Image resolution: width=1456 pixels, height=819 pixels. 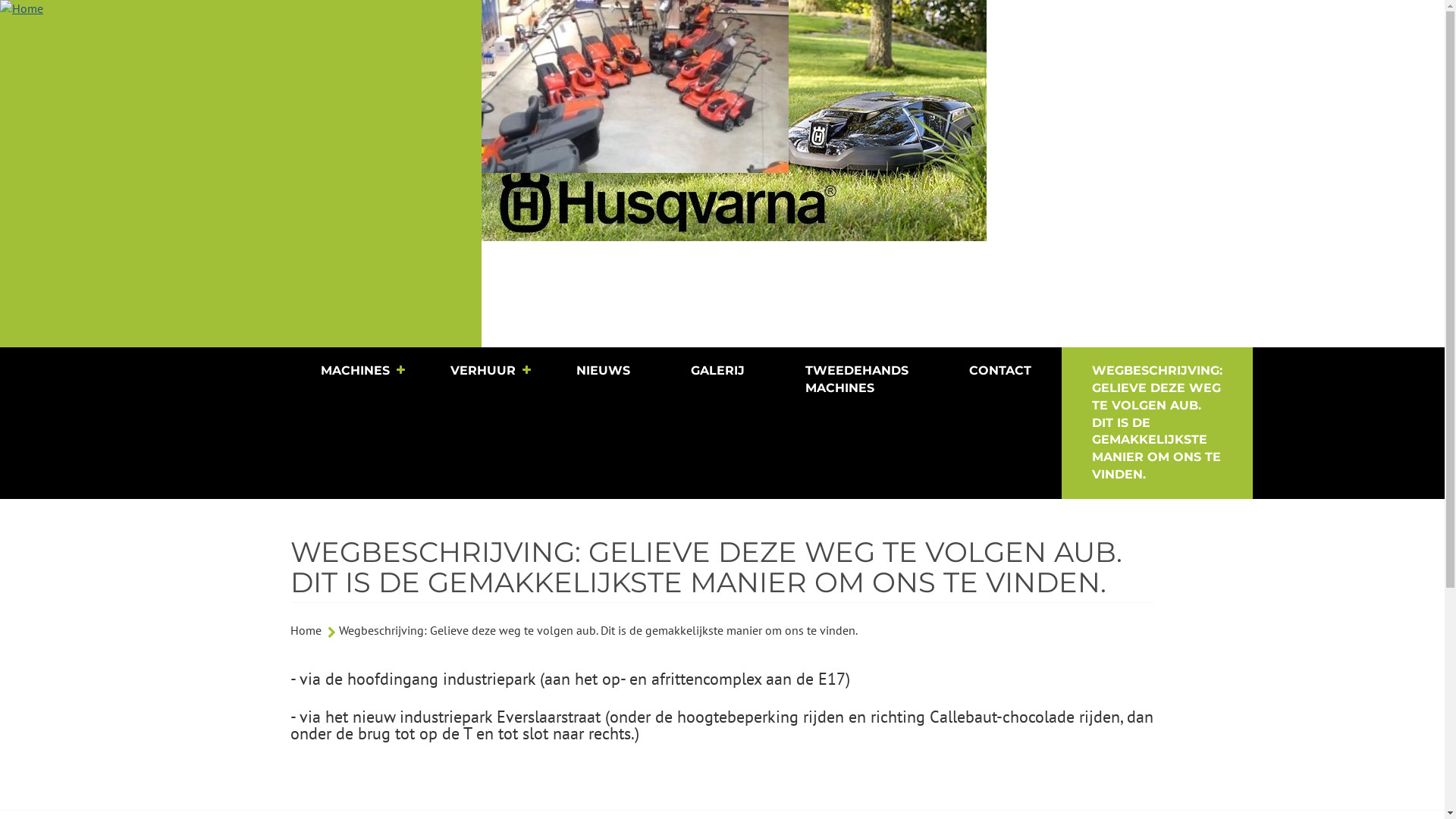 What do you see at coordinates (716, 371) in the screenshot?
I see `'GALERIJ'` at bounding box center [716, 371].